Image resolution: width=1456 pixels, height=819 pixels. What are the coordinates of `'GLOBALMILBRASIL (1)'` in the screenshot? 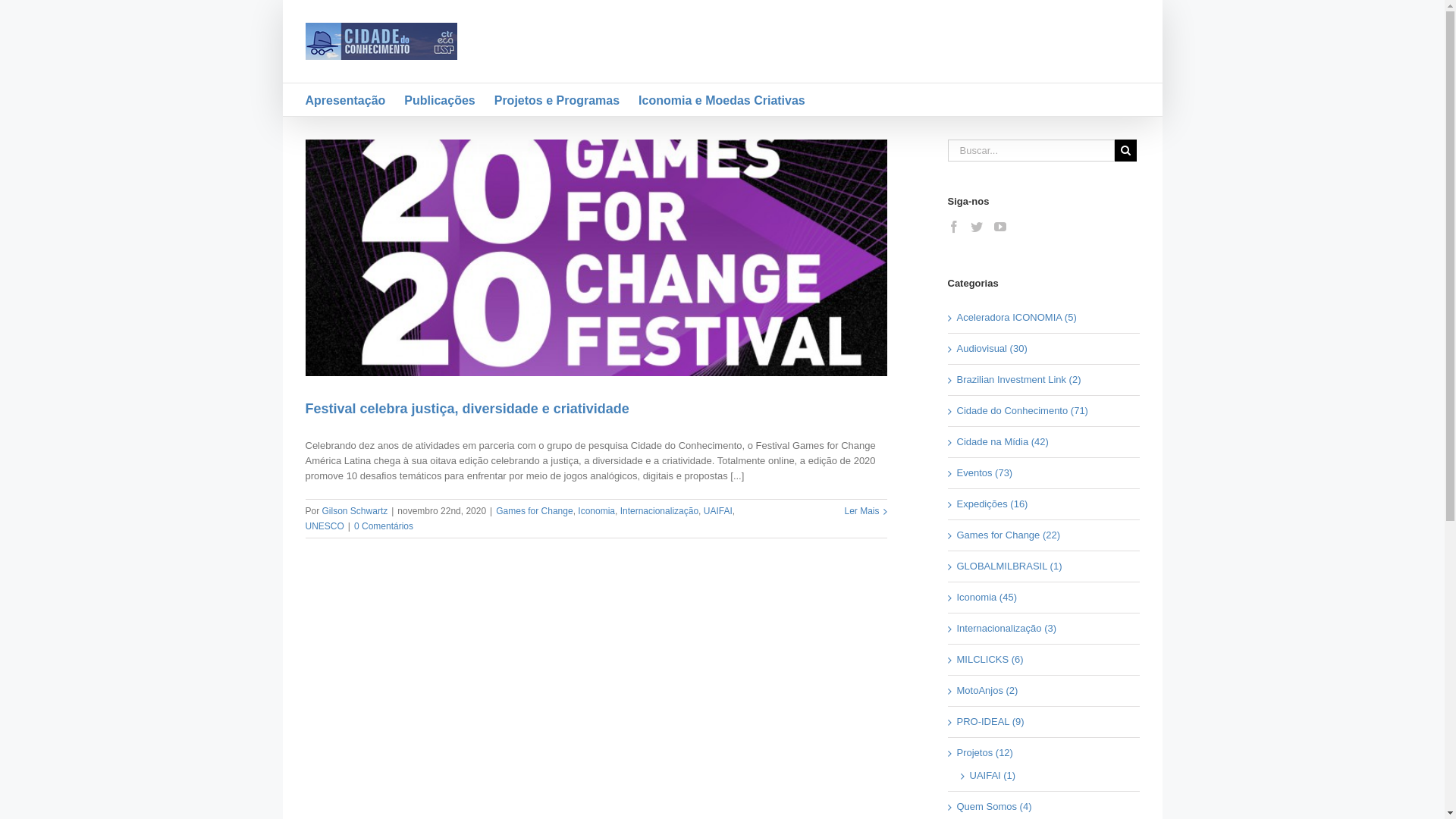 It's located at (1043, 566).